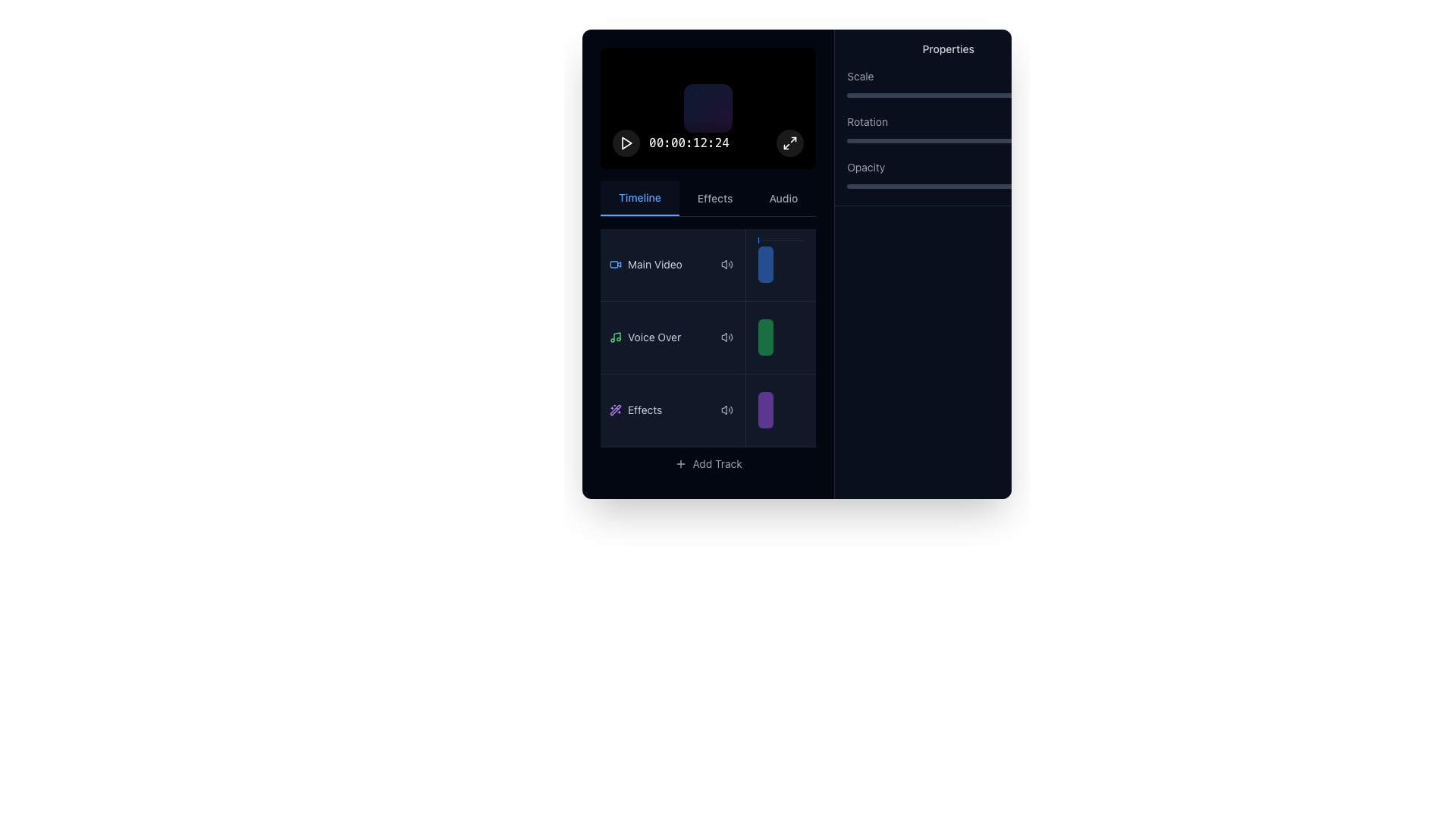 The width and height of the screenshot is (1456, 819). I want to click on the text label located in the 'Properties' section to the left of the '100%' label, which serves as a descriptor for an adjustable property, so click(860, 76).